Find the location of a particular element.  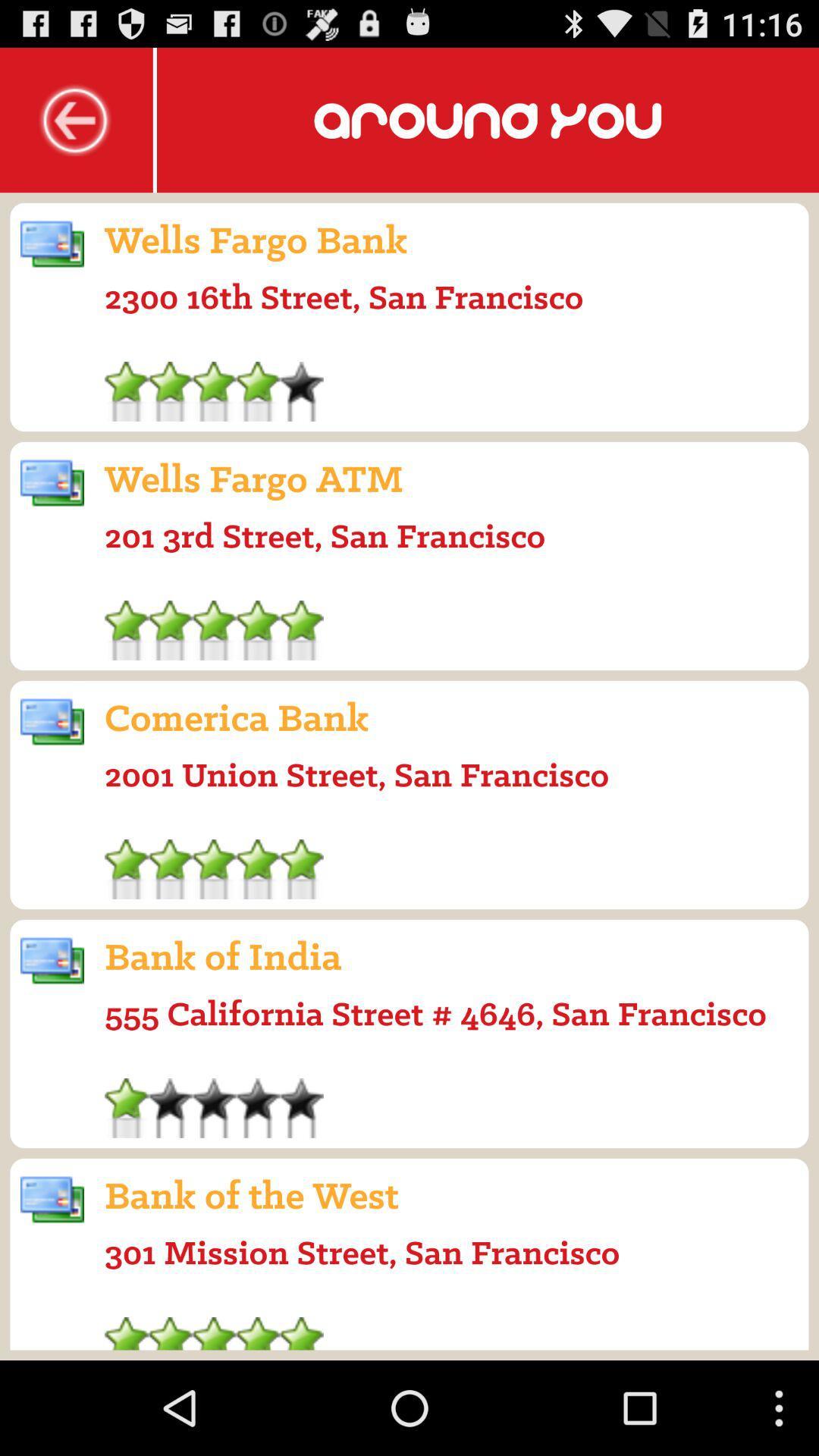

app below comerica bank icon is located at coordinates (356, 774).